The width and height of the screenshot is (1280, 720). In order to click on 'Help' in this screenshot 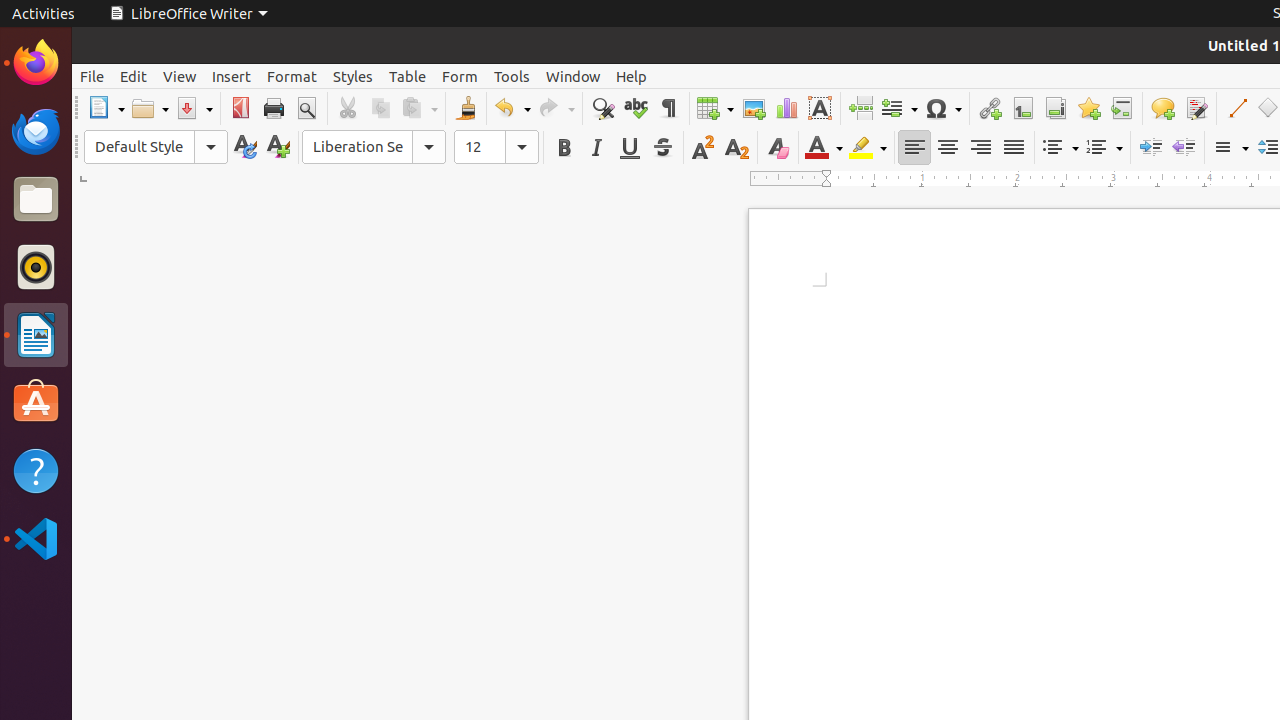, I will do `click(630, 75)`.